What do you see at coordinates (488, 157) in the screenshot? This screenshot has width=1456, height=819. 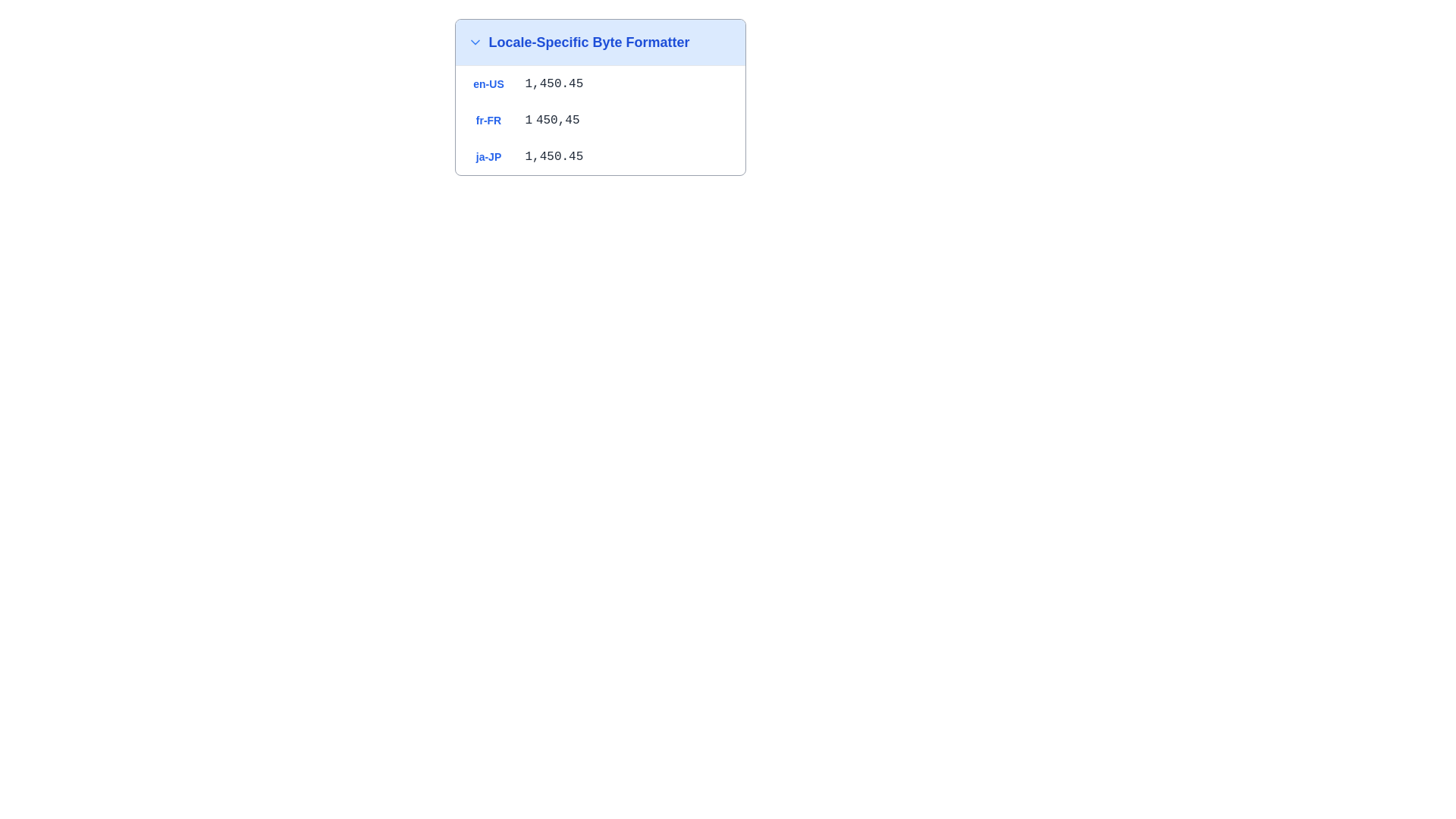 I see `the Text label indicating the Japanese language and Japan region, located in the third row under the header 'Locale-Specific Byte Formatter', aligned with the numeric value '1,450.45'` at bounding box center [488, 157].